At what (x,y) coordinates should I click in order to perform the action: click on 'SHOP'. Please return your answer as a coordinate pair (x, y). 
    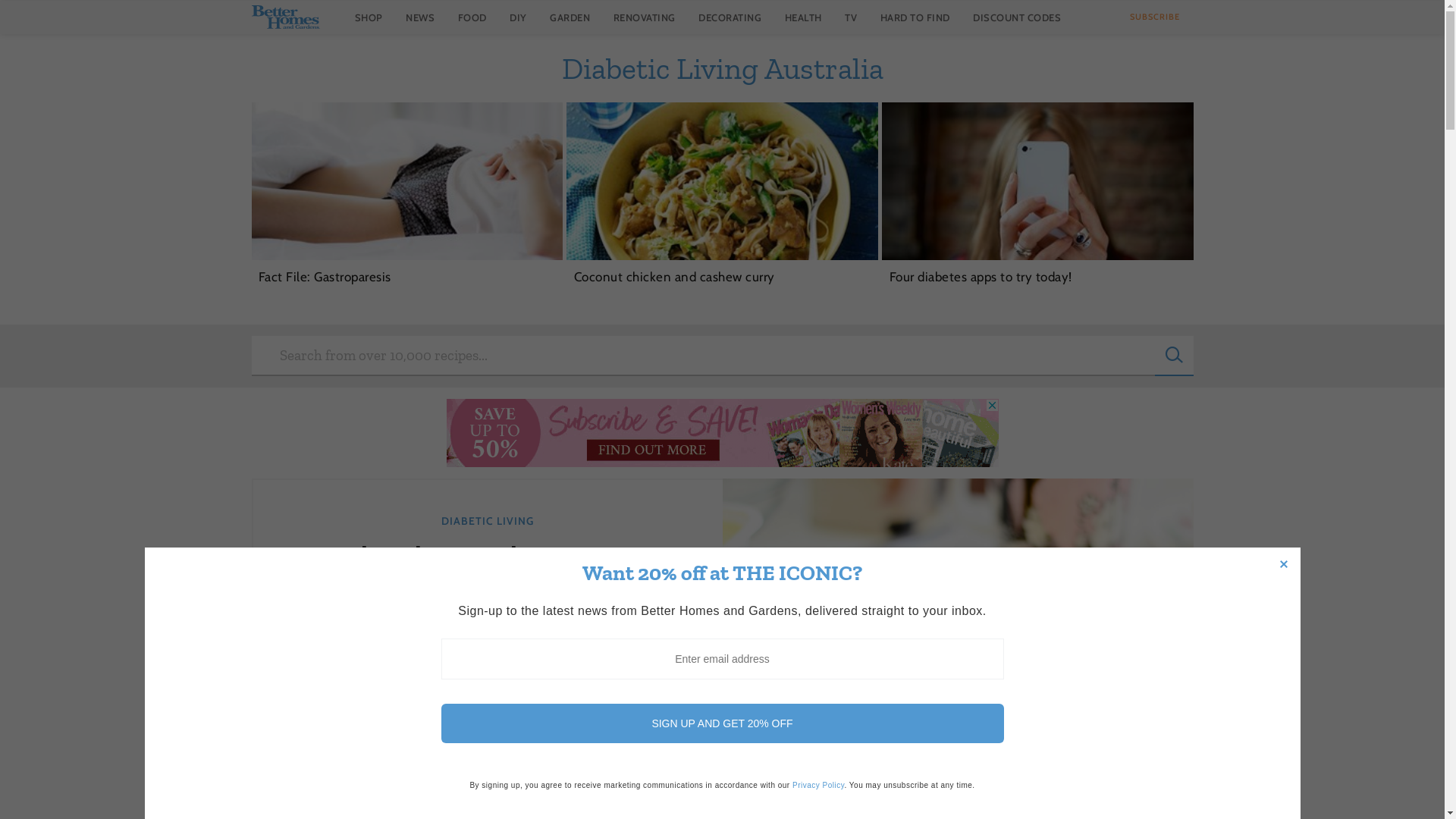
    Looking at the image, I should click on (369, 17).